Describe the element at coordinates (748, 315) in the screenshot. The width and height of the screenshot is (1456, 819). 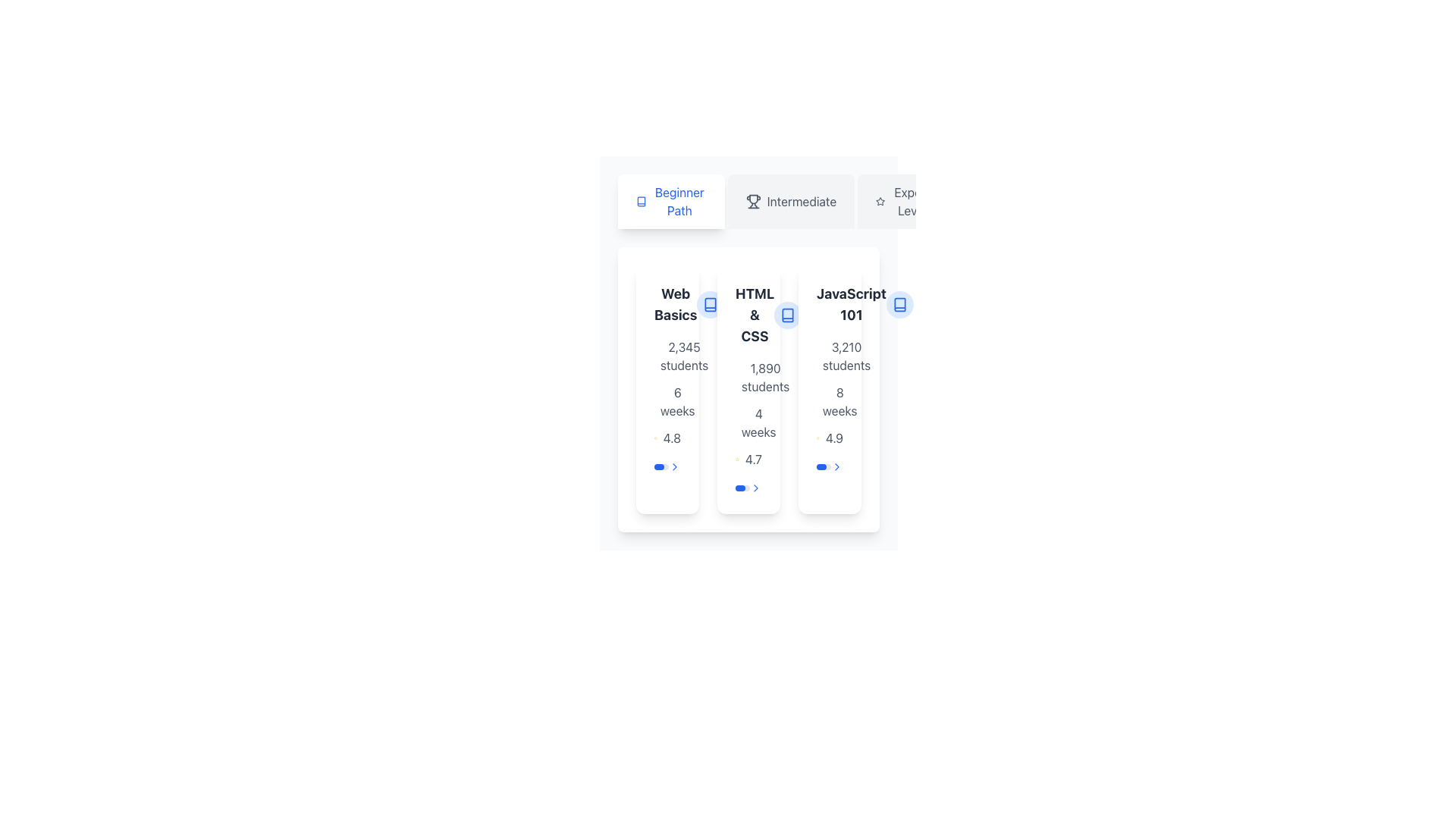
I see `text label indicating the course title 'HTML & CSS' located at the top of the second card in a set of three horizontally aligned cards` at that location.